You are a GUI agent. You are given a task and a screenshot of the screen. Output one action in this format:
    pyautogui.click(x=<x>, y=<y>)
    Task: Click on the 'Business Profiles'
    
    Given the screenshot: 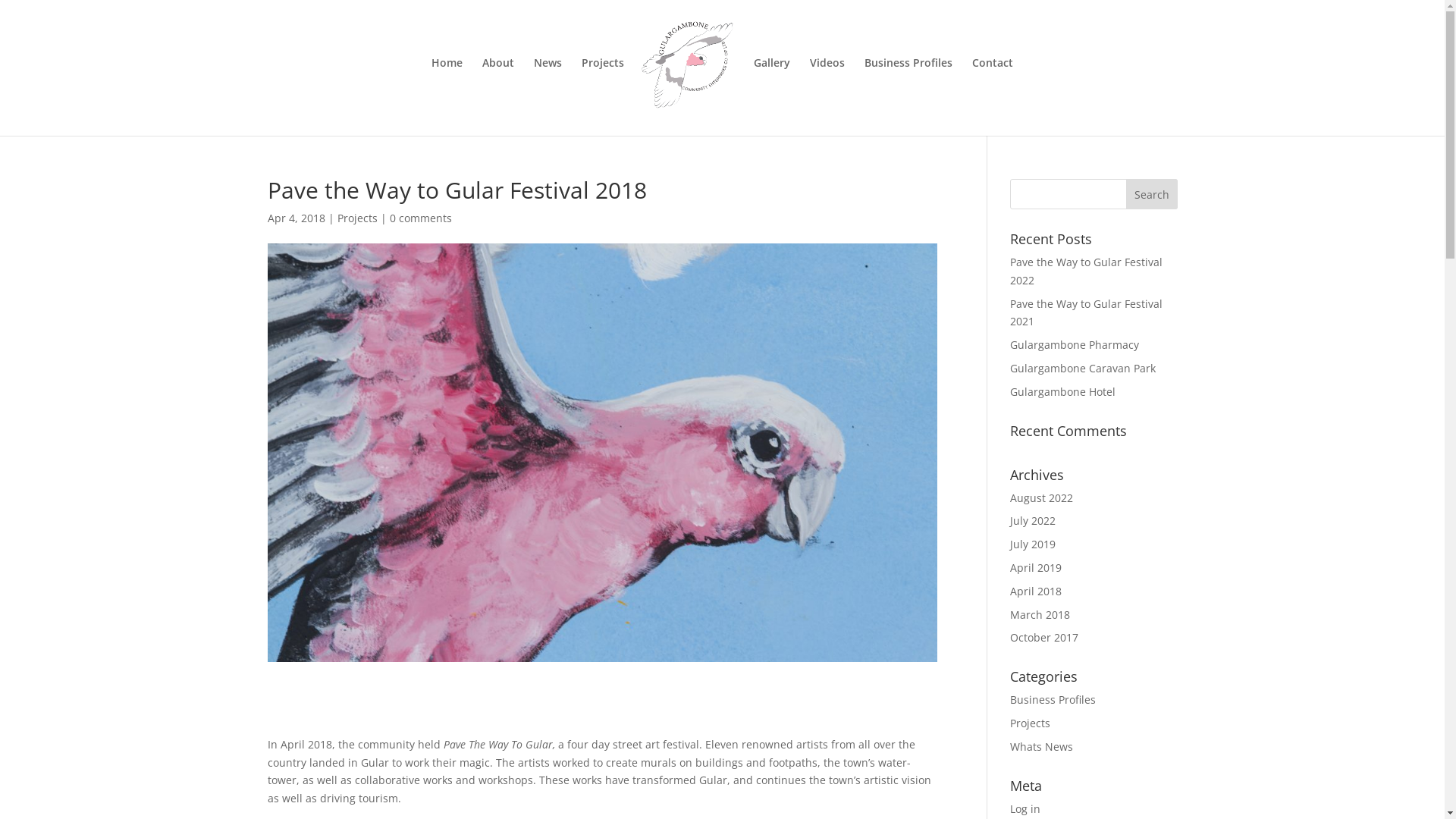 What is the action you would take?
    pyautogui.click(x=1052, y=699)
    